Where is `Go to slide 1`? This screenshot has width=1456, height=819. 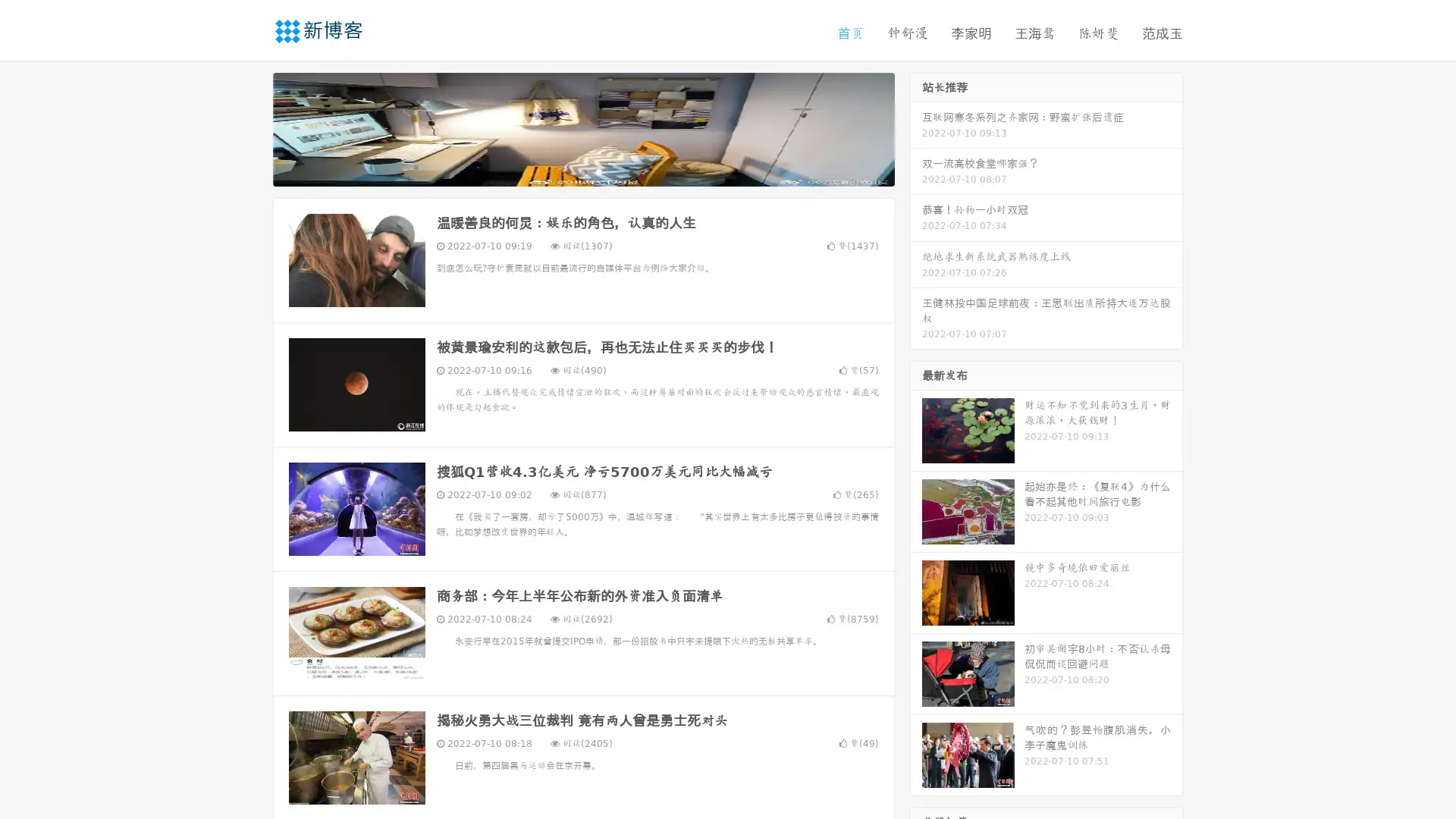
Go to slide 1 is located at coordinates (567, 171).